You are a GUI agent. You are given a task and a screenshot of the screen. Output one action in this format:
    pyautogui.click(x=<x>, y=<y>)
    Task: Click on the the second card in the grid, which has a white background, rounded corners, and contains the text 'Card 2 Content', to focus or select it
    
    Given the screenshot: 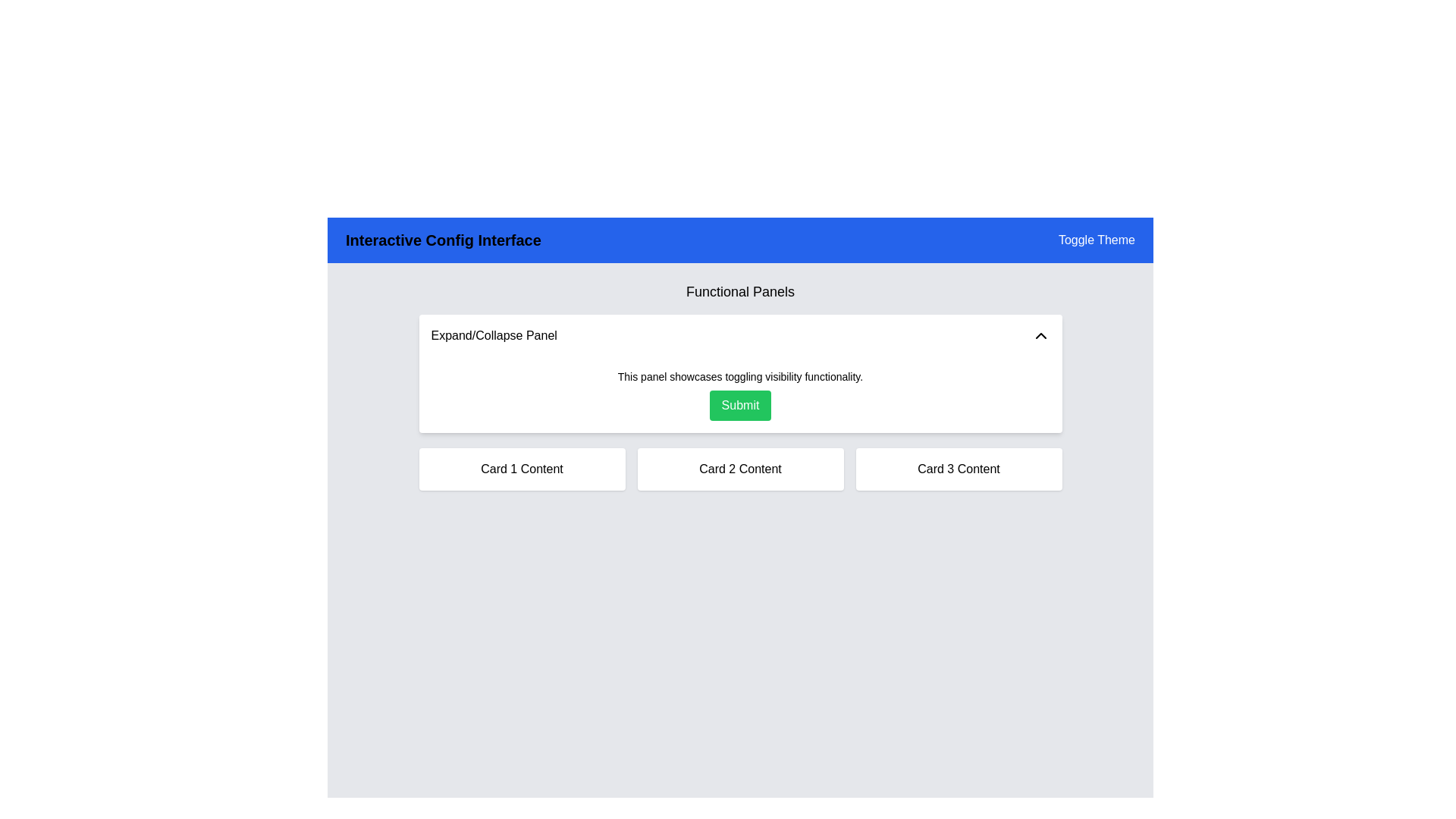 What is the action you would take?
    pyautogui.click(x=740, y=468)
    